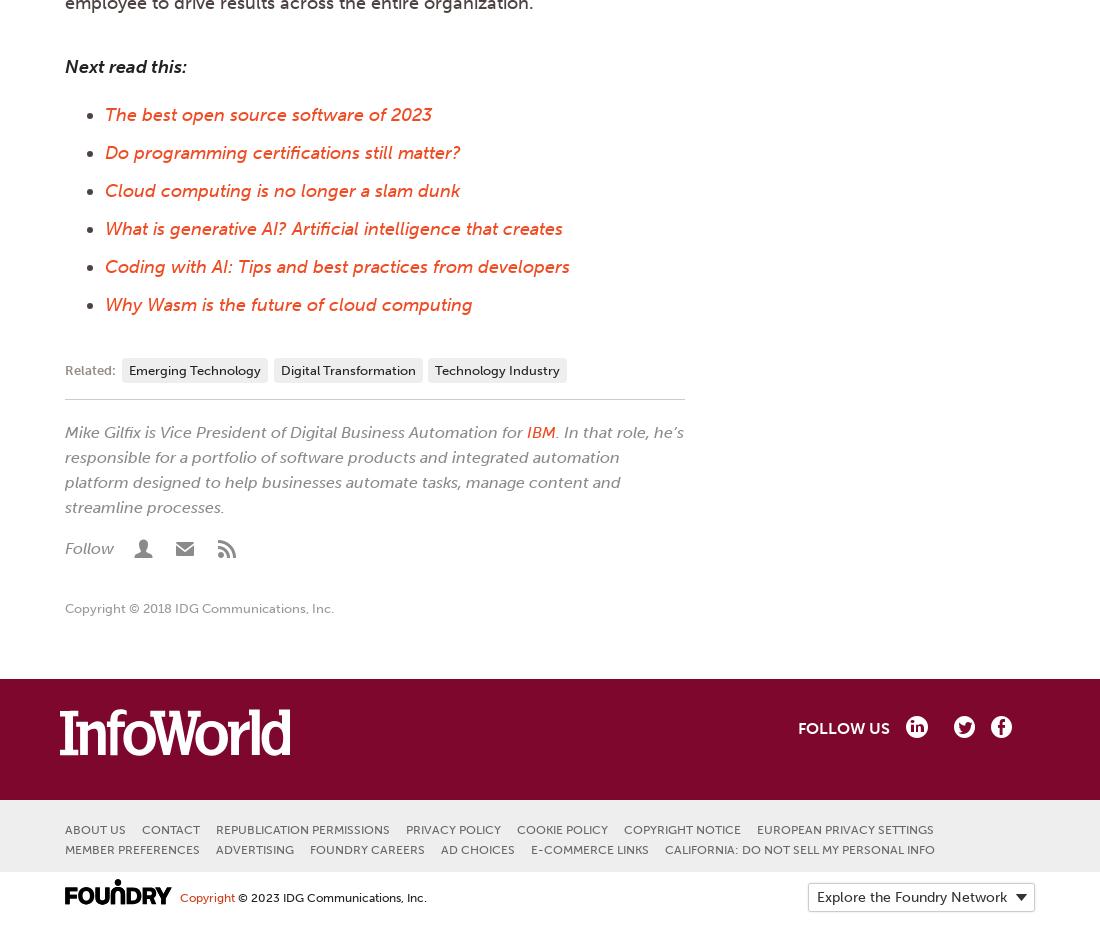  I want to click on 'Copyright', so click(178, 897).